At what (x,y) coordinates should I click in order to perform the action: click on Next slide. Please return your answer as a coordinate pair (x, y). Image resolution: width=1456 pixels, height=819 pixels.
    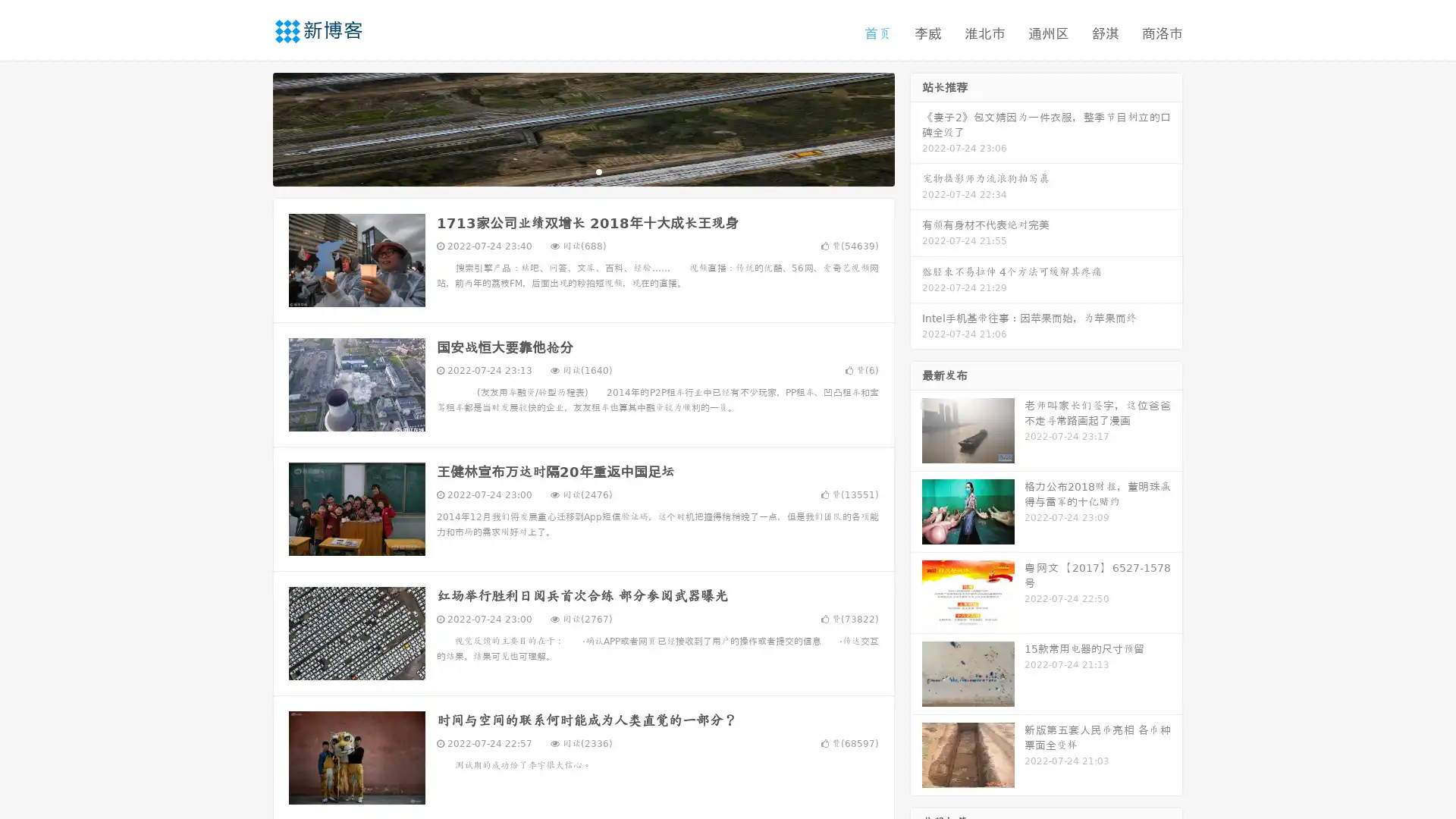
    Looking at the image, I should click on (916, 127).